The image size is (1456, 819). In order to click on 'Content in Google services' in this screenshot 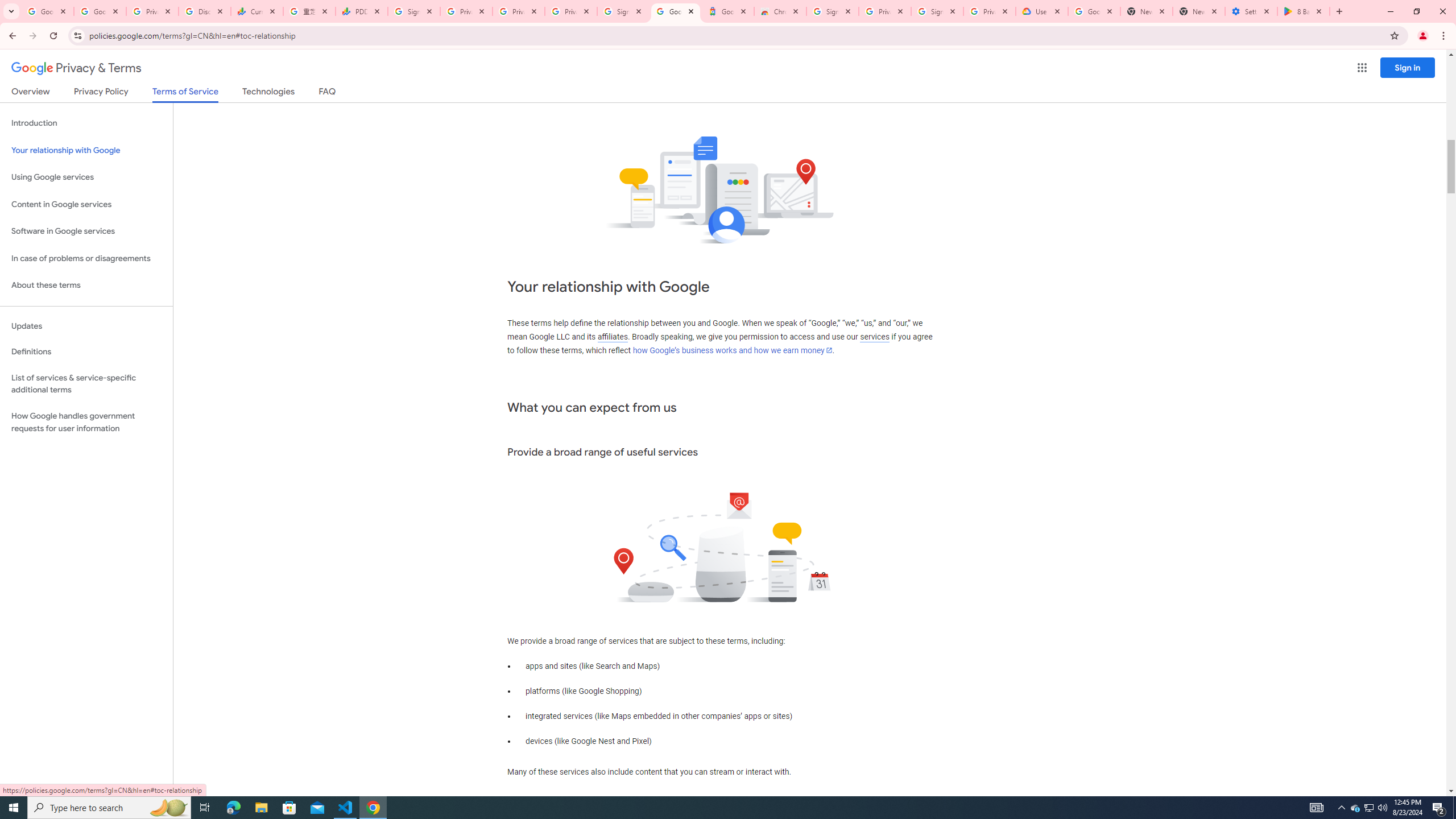, I will do `click(86, 205)`.